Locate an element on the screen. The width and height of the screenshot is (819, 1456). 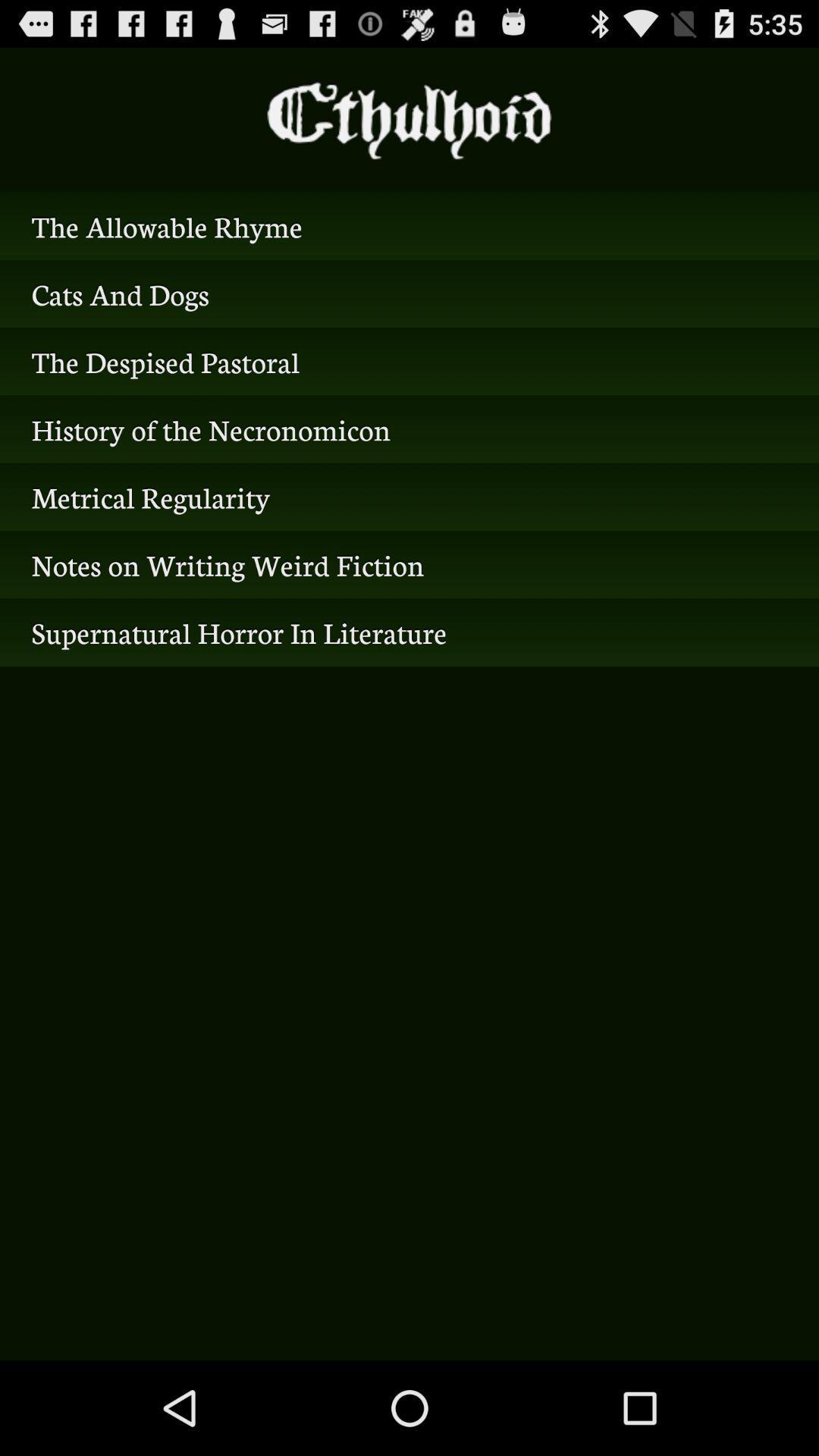
the allowable rhyme icon is located at coordinates (409, 225).